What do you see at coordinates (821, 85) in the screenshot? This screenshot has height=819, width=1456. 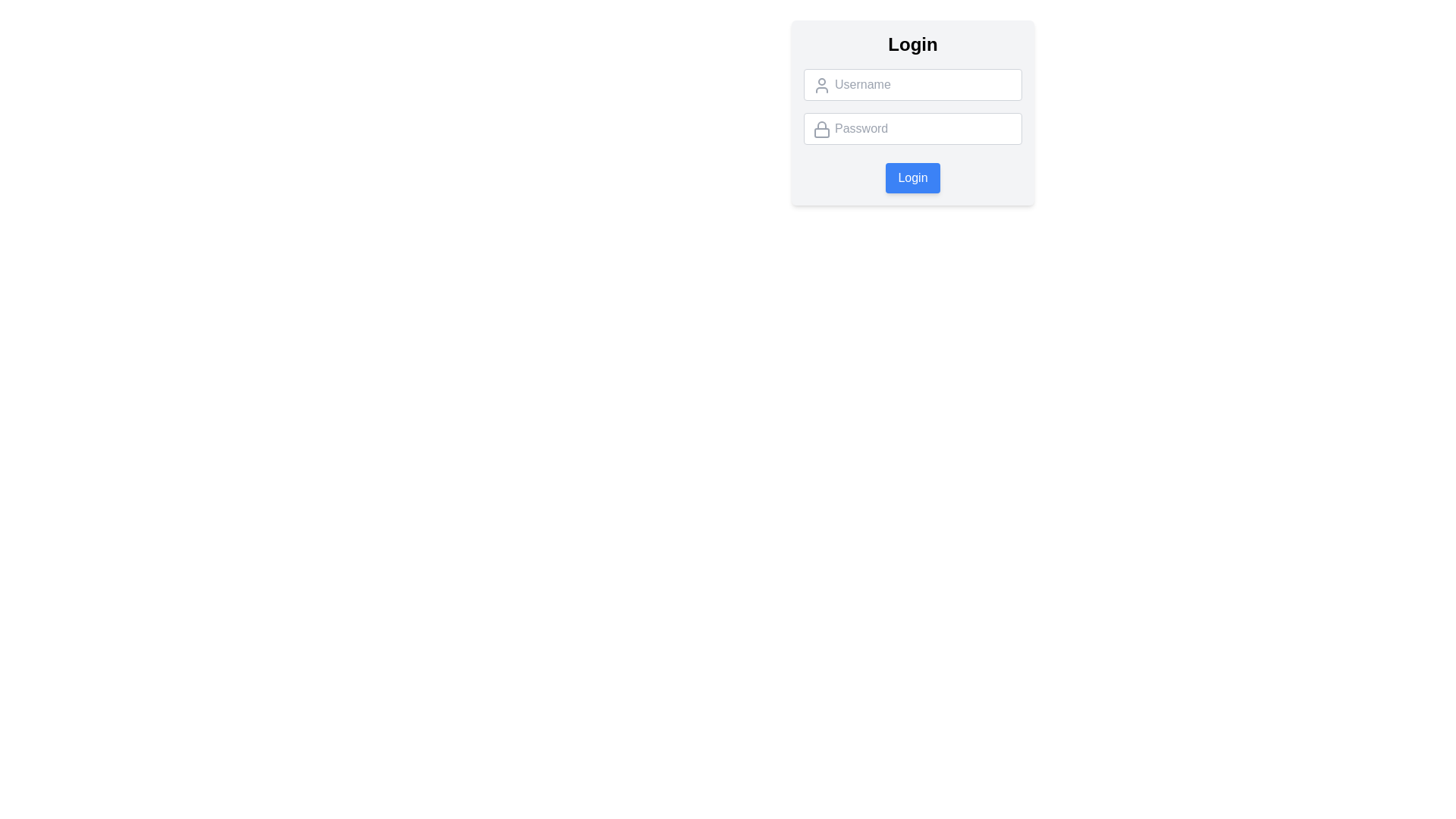 I see `the username icon located inside the username input field, positioned to the left of the text entry area` at bounding box center [821, 85].